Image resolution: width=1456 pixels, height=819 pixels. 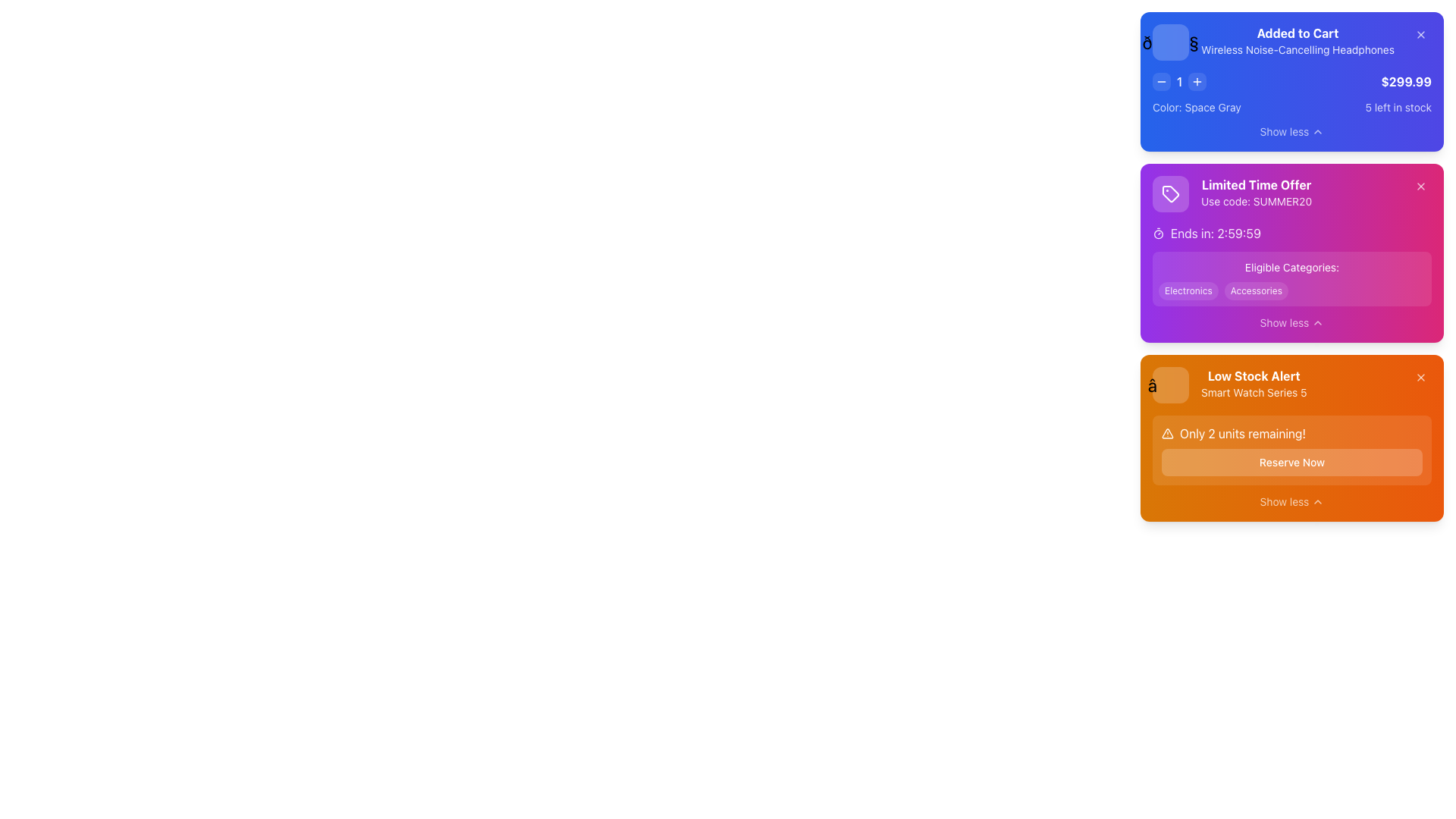 What do you see at coordinates (1297, 49) in the screenshot?
I see `text label displaying 'Wireless Noise-Cancelling Headphones' located below the 'Added to Cart' label in the blue section of the interface` at bounding box center [1297, 49].